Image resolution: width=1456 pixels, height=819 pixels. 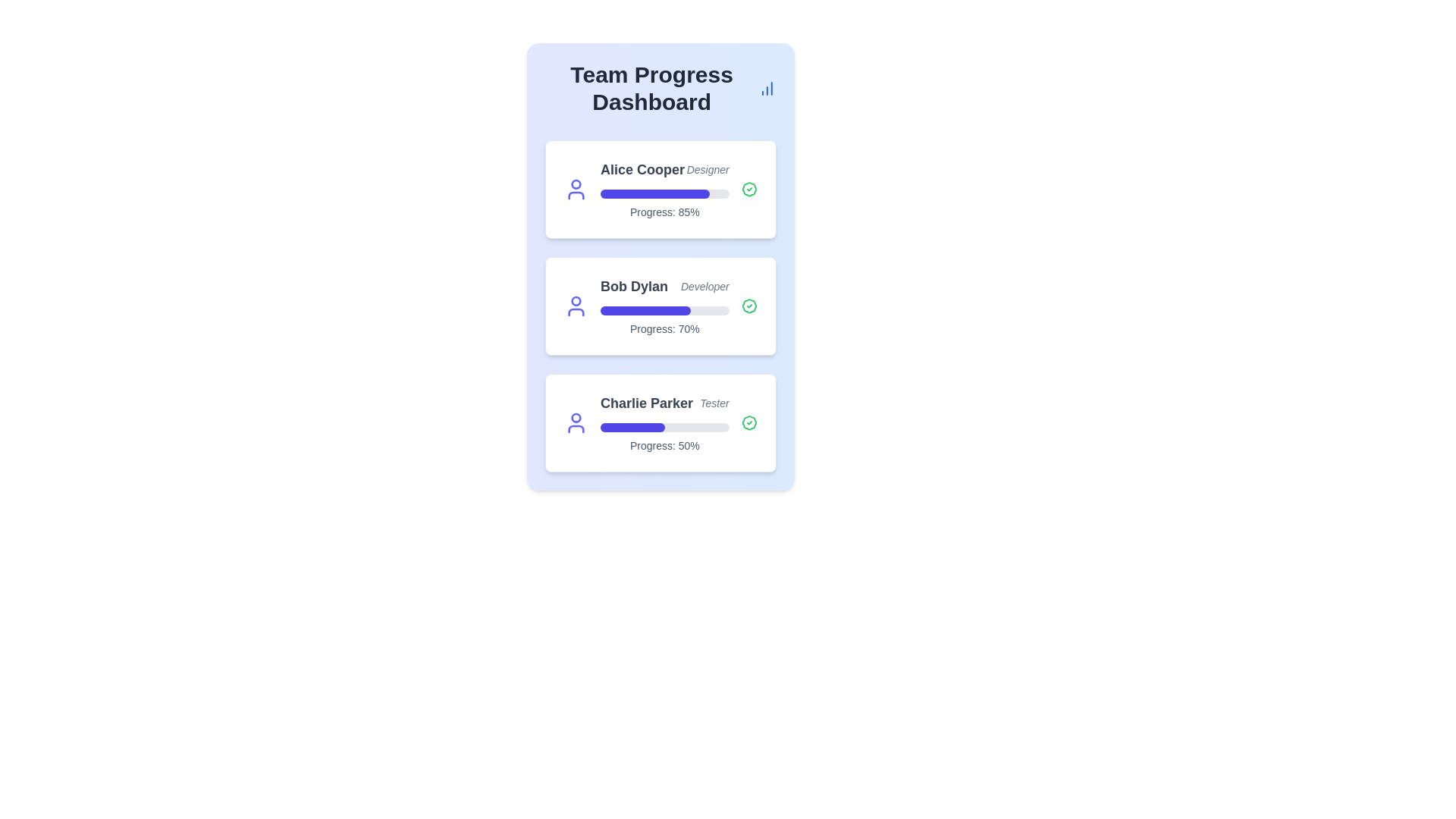 What do you see at coordinates (664, 169) in the screenshot?
I see `the text label displaying 'Alice Cooper' as the main name and 'Designer' as the role, located in the uppermost card on the dashboard` at bounding box center [664, 169].